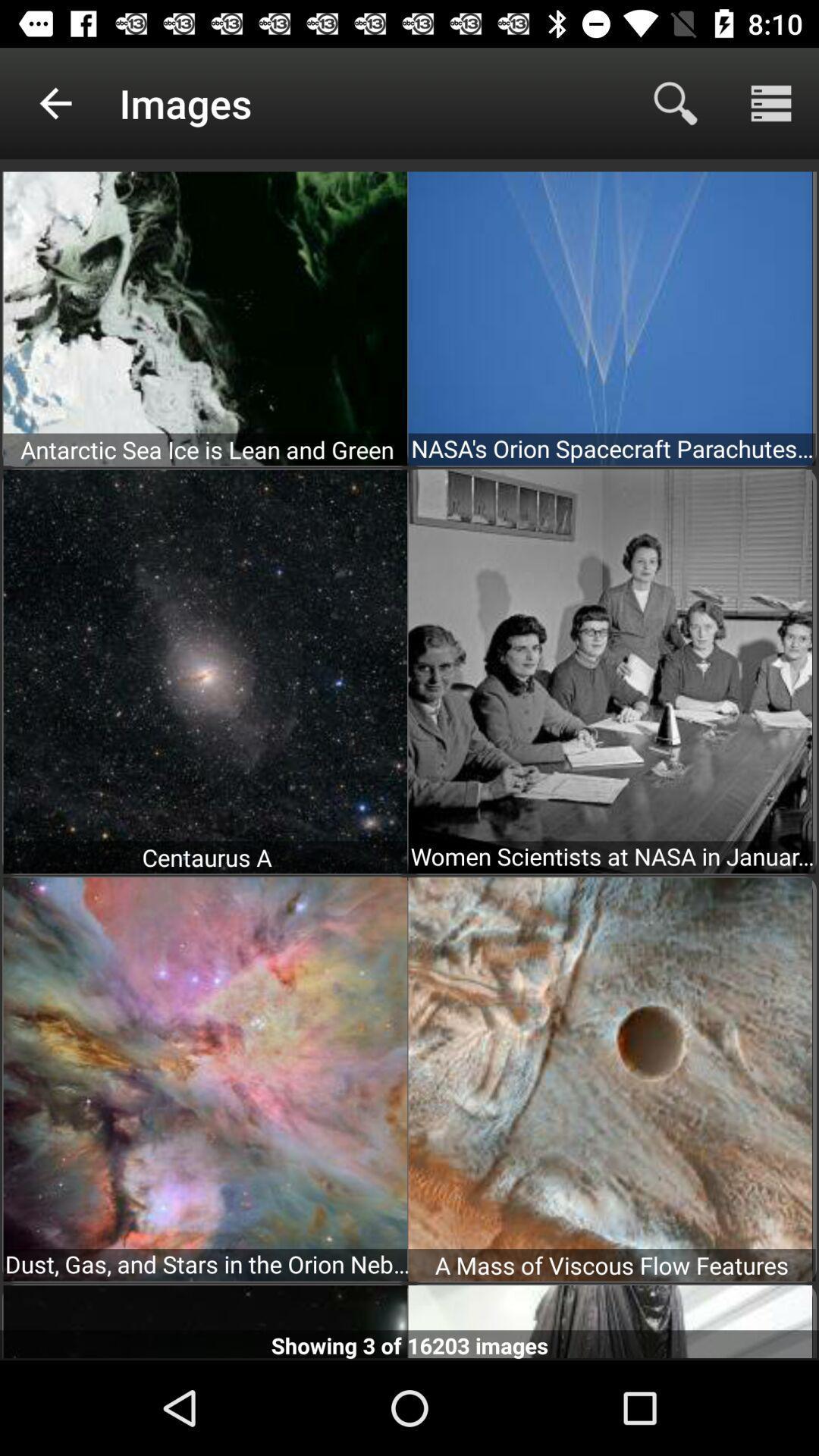 Image resolution: width=819 pixels, height=1456 pixels. Describe the element at coordinates (675, 102) in the screenshot. I see `icon to the right of the images` at that location.